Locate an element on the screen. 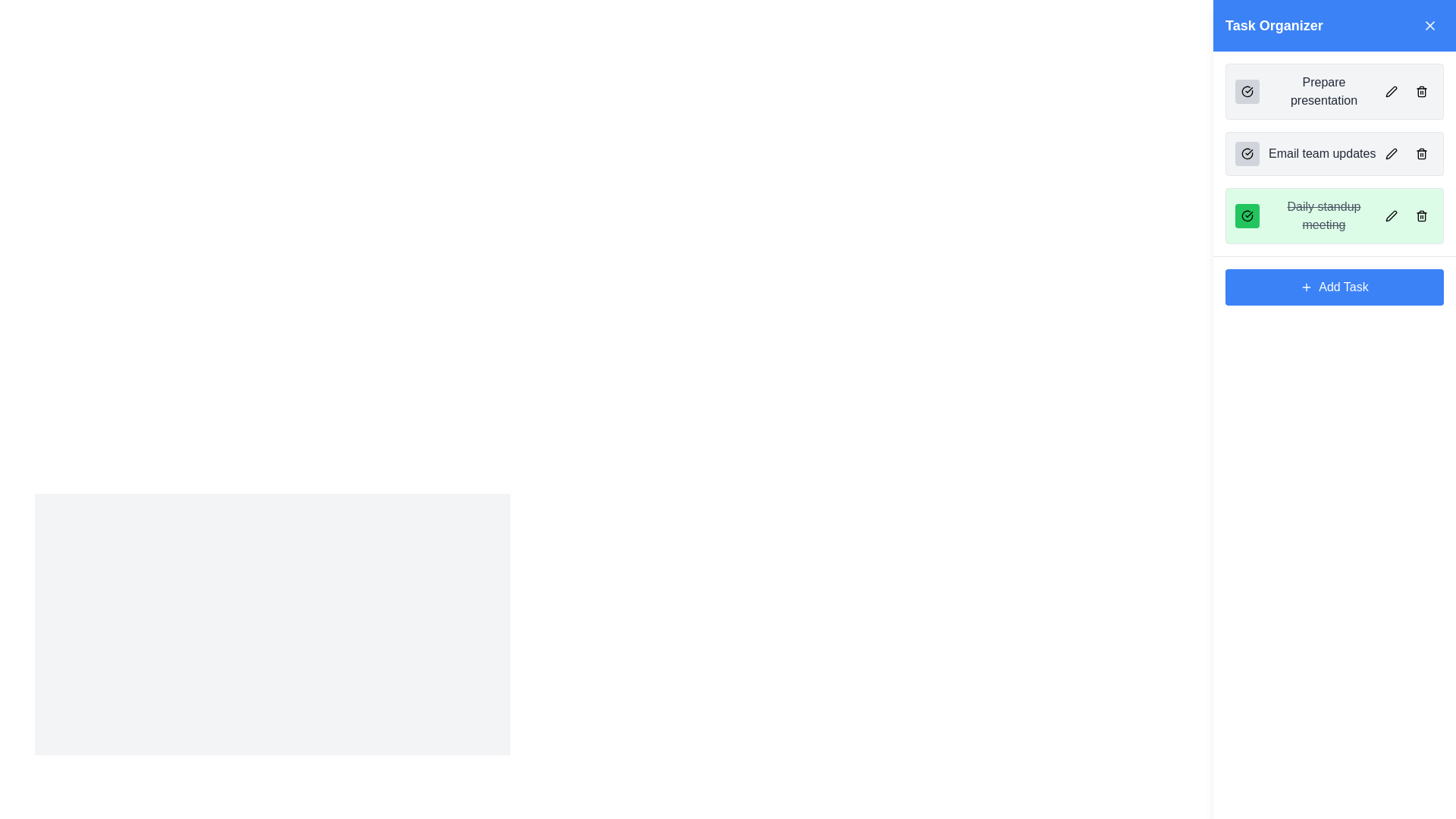 This screenshot has height=819, width=1456. the checkbox-like button for the 'Prepare presentation' task is located at coordinates (1247, 91).